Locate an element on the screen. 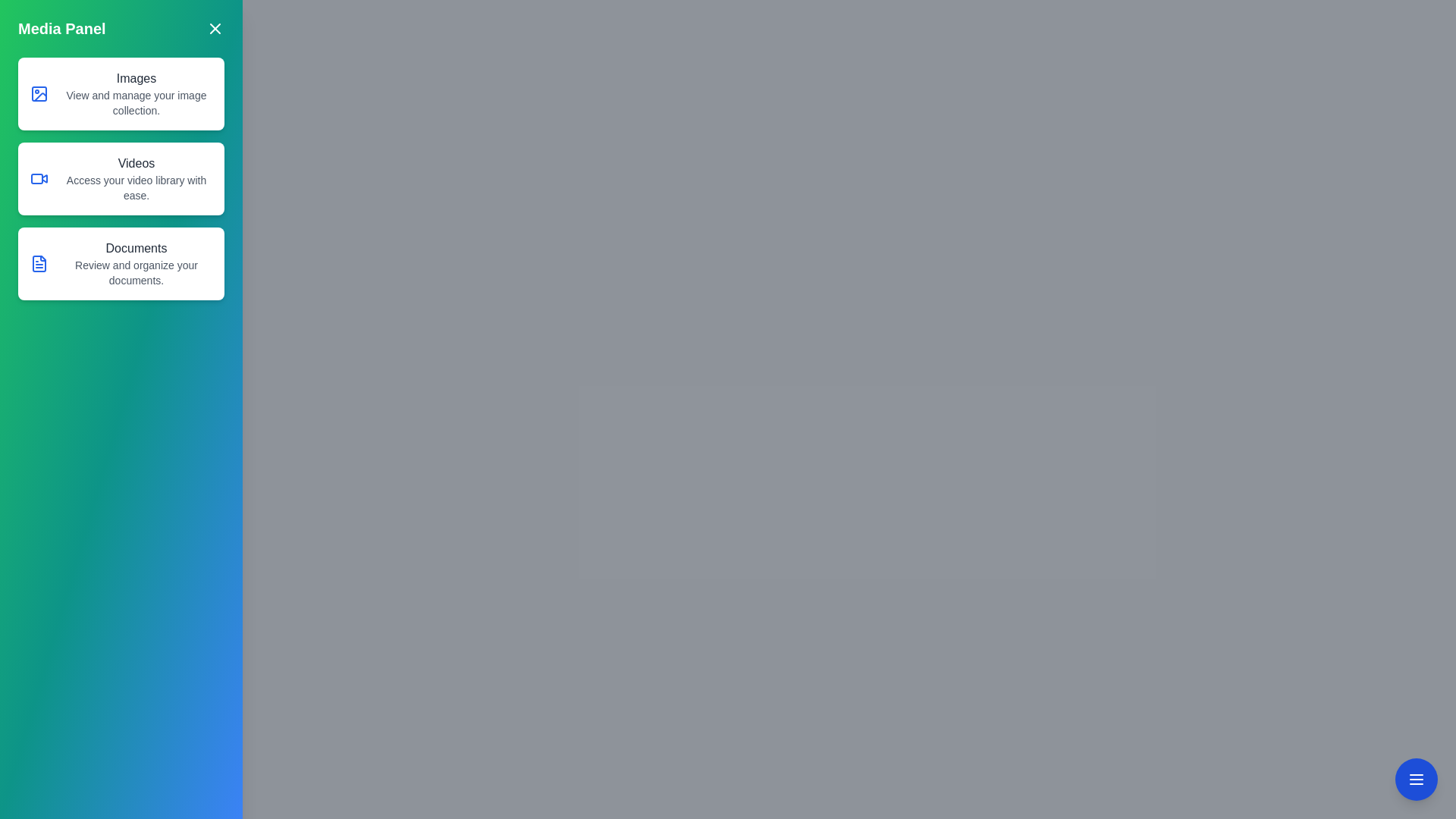  the blue-colored document outline icon located within the 'Documents' card in the left-side panel is located at coordinates (39, 262).